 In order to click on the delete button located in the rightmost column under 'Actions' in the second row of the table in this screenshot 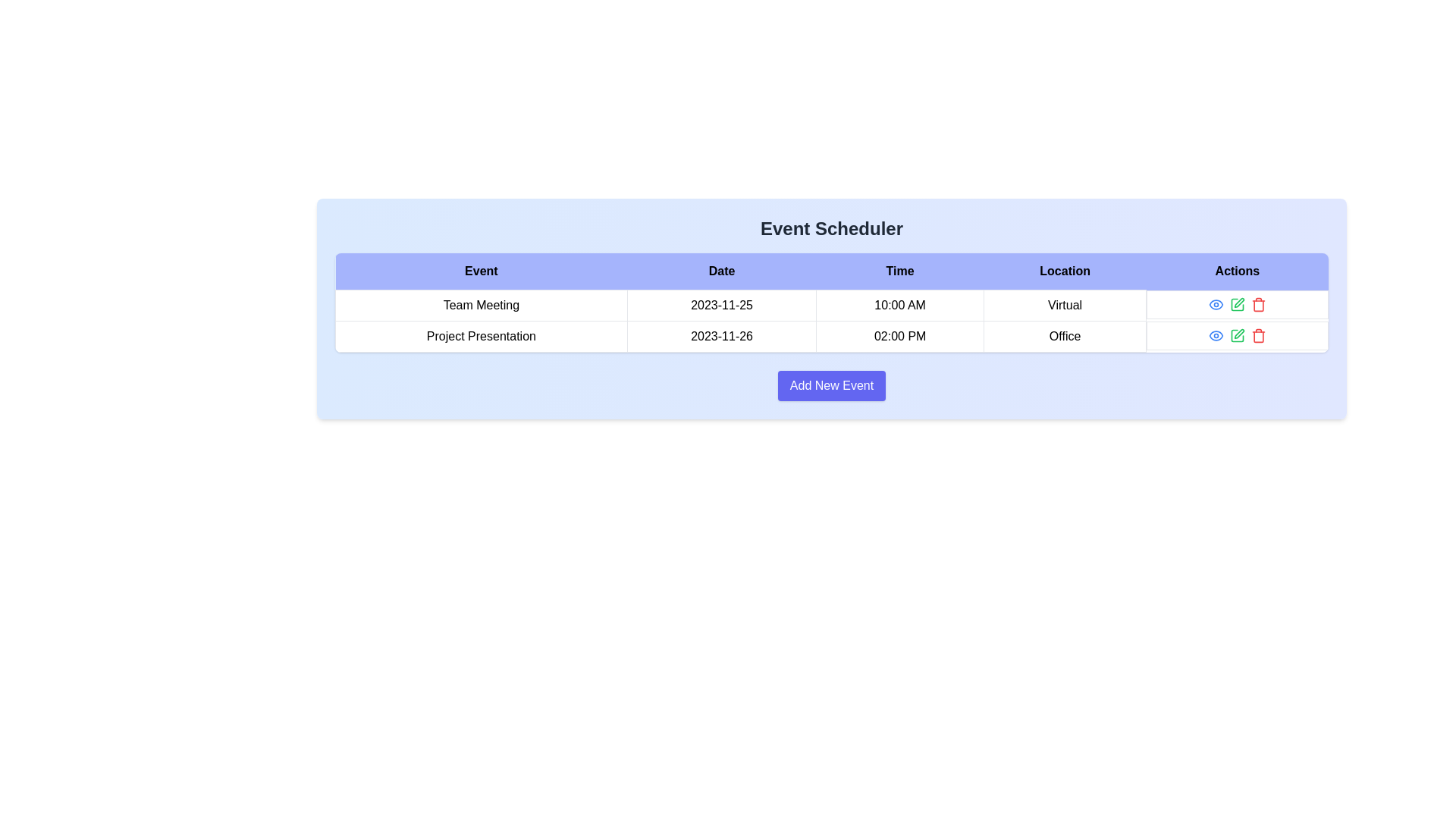, I will do `click(1259, 334)`.